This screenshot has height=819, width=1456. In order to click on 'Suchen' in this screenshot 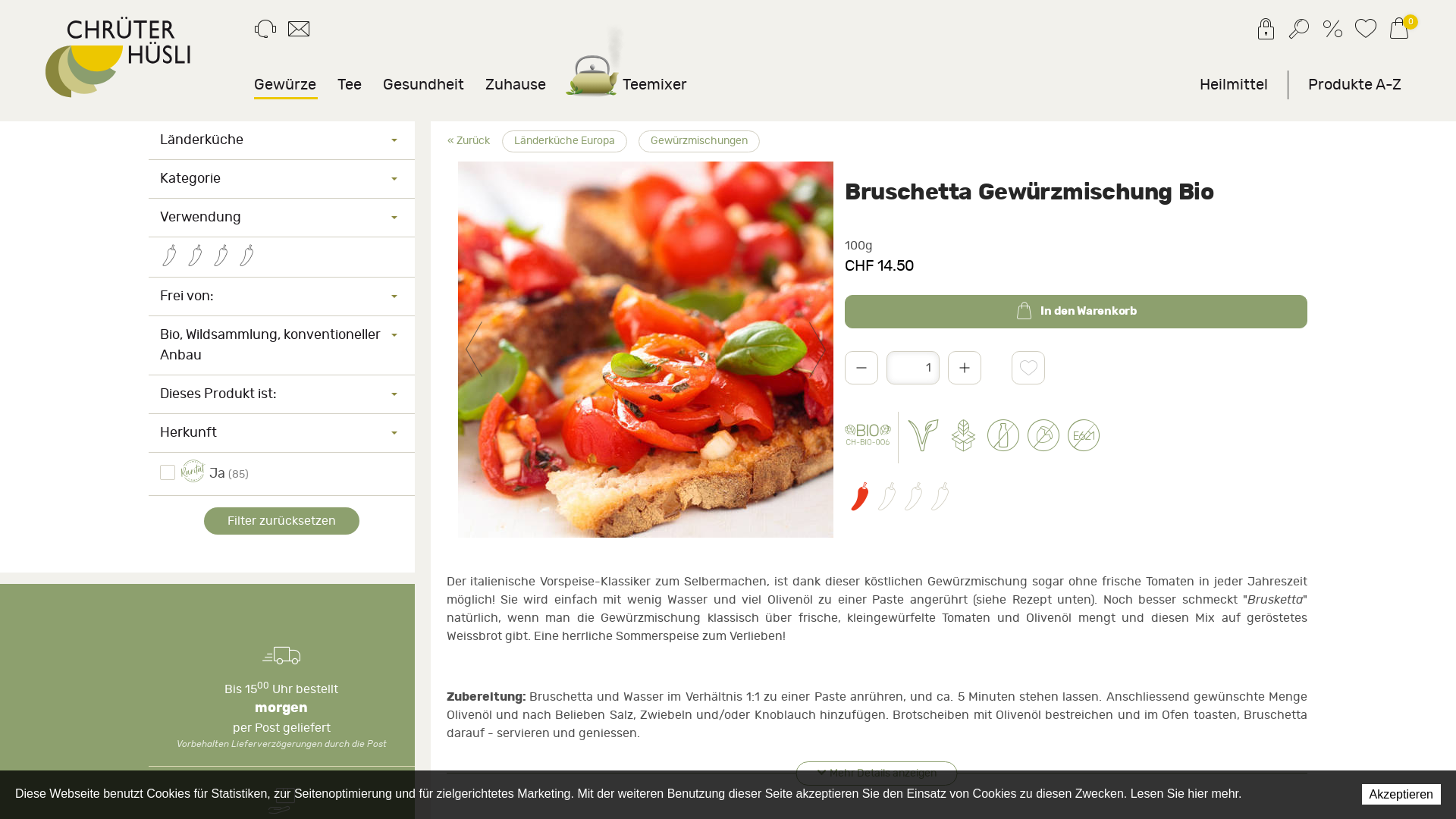, I will do `click(1298, 32)`.